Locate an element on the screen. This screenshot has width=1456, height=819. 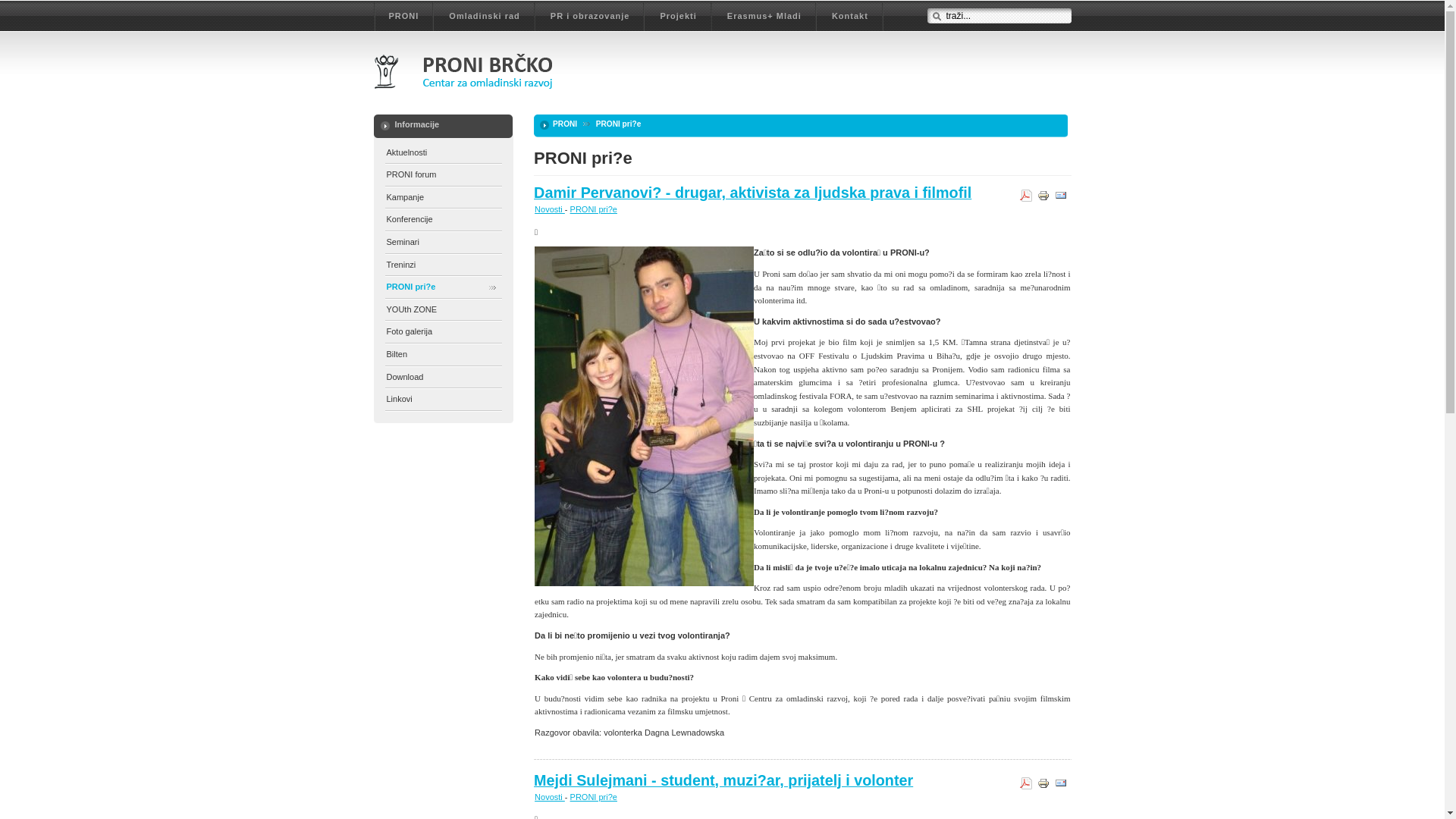
'Aktuelnosti' is located at coordinates (443, 153).